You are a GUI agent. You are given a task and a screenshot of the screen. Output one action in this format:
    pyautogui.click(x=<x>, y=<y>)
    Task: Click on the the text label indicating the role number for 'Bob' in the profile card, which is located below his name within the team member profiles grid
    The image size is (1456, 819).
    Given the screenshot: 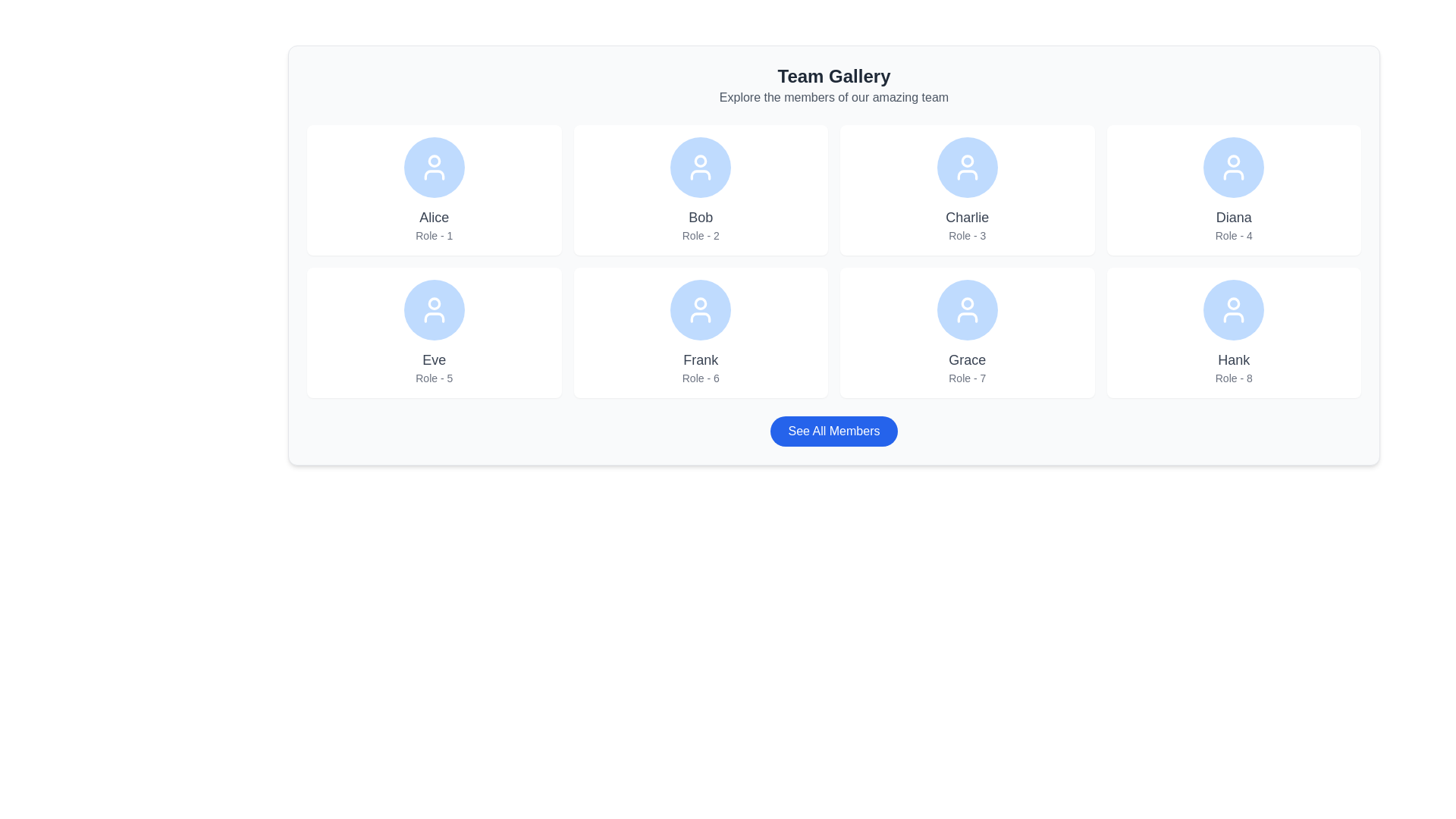 What is the action you would take?
    pyautogui.click(x=700, y=236)
    